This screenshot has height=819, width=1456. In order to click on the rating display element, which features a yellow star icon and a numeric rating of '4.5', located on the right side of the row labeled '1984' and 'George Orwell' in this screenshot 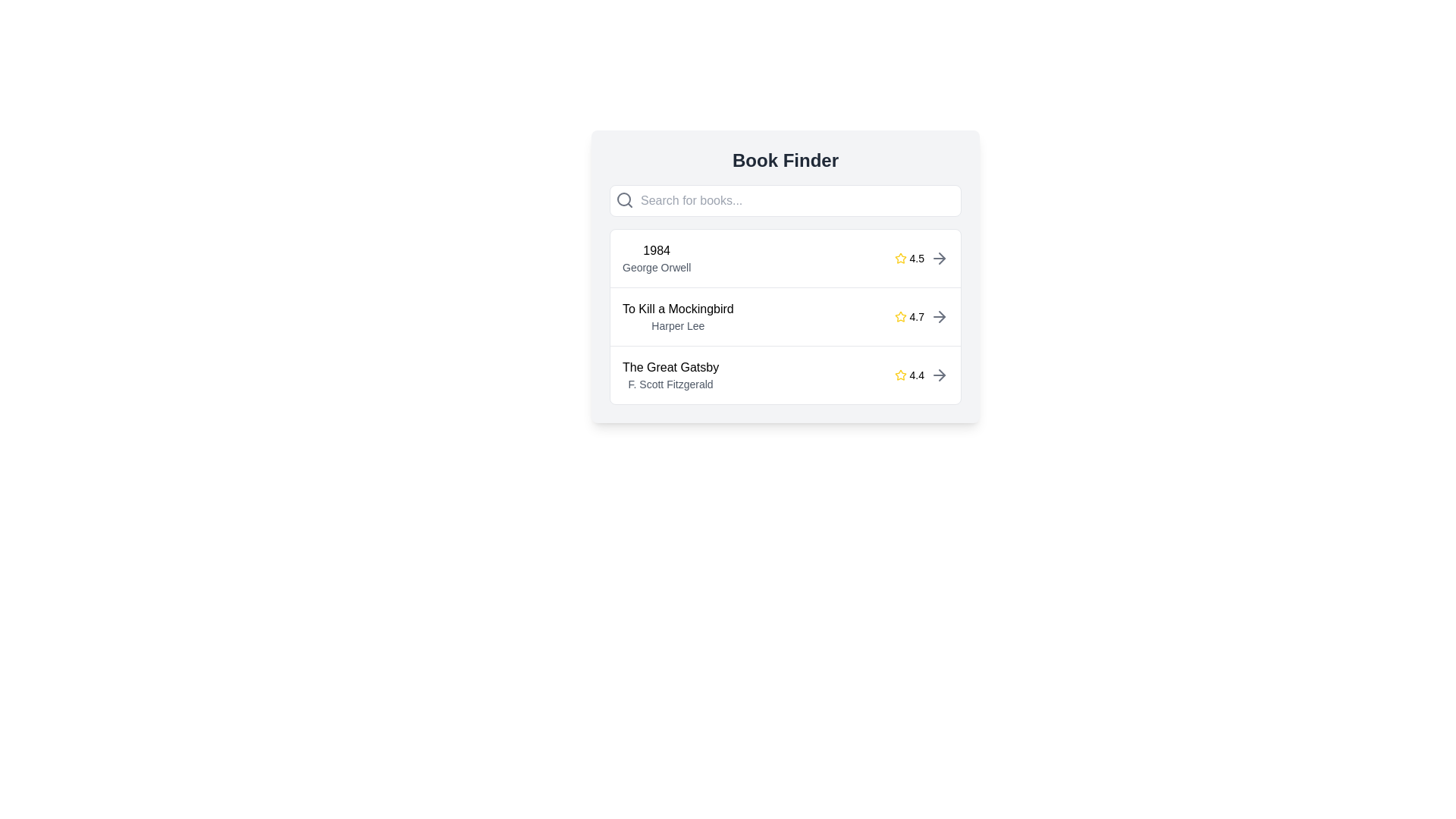, I will do `click(909, 257)`.